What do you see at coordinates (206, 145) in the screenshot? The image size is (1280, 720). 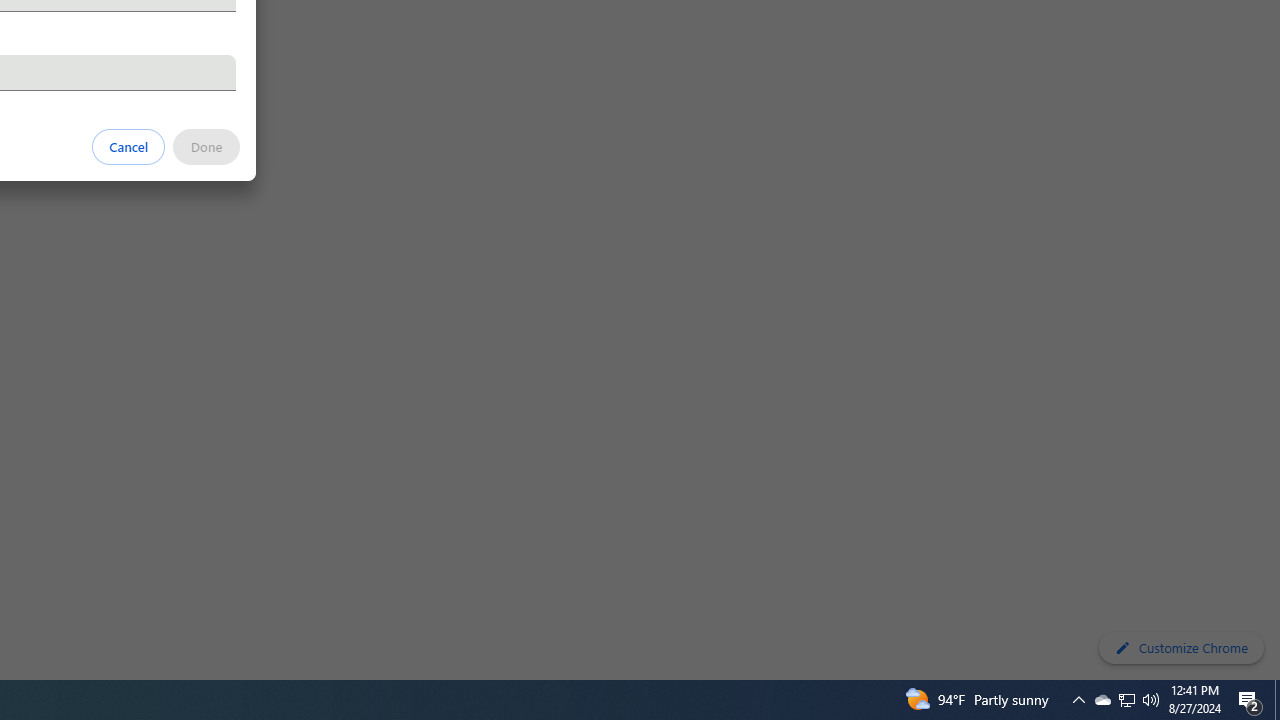 I see `'Done'` at bounding box center [206, 145].